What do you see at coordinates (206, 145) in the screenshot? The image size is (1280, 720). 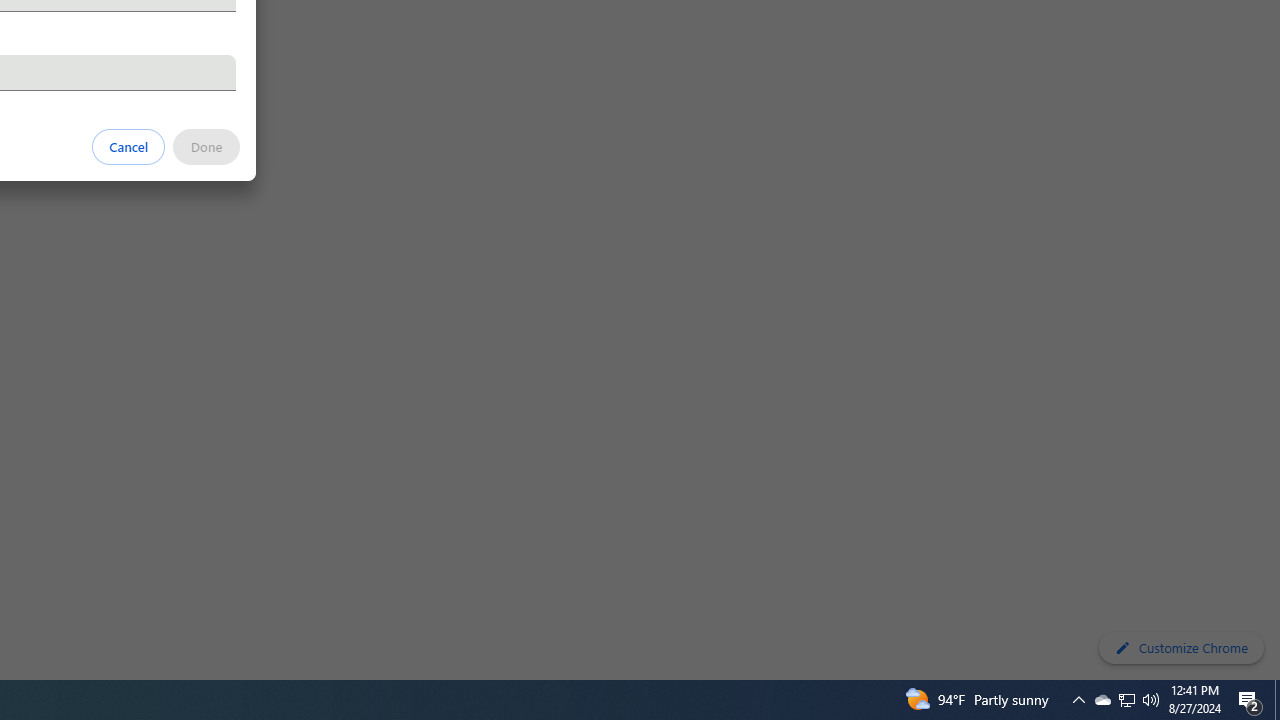 I see `'Done'` at bounding box center [206, 145].